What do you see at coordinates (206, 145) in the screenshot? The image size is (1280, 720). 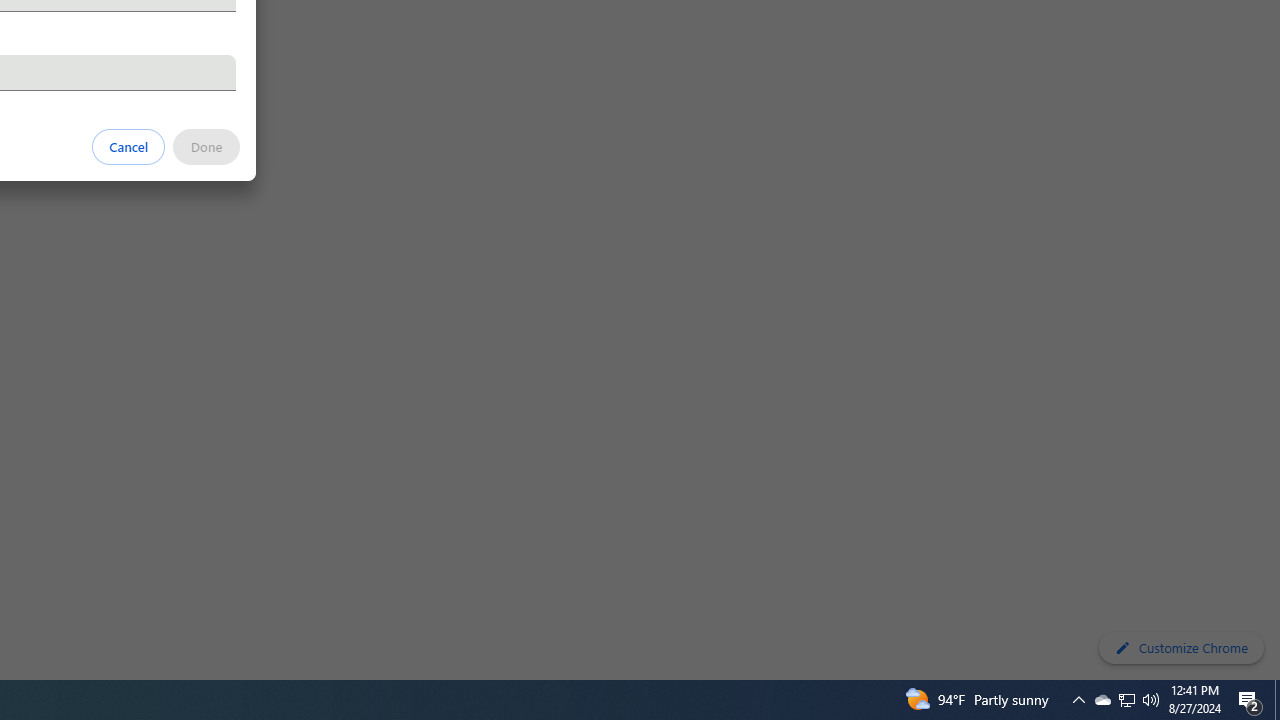 I see `'Done'` at bounding box center [206, 145].